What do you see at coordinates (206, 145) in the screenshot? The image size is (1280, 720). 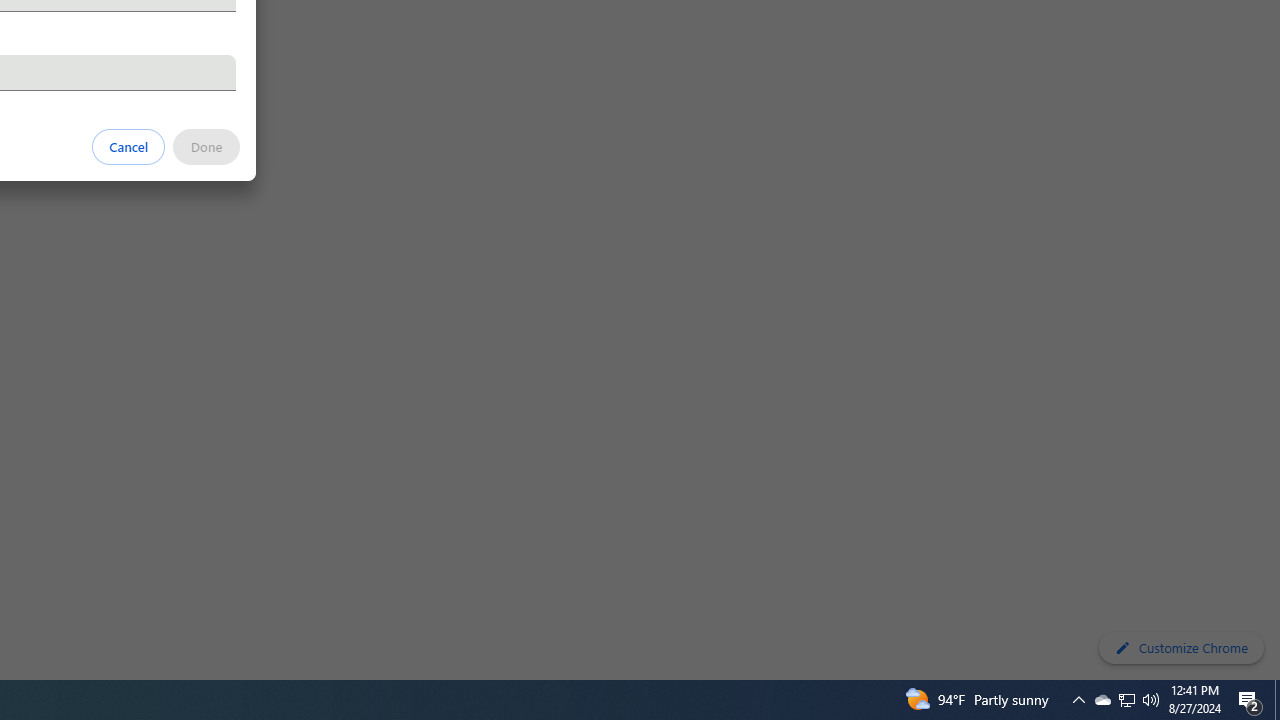 I see `'Done'` at bounding box center [206, 145].